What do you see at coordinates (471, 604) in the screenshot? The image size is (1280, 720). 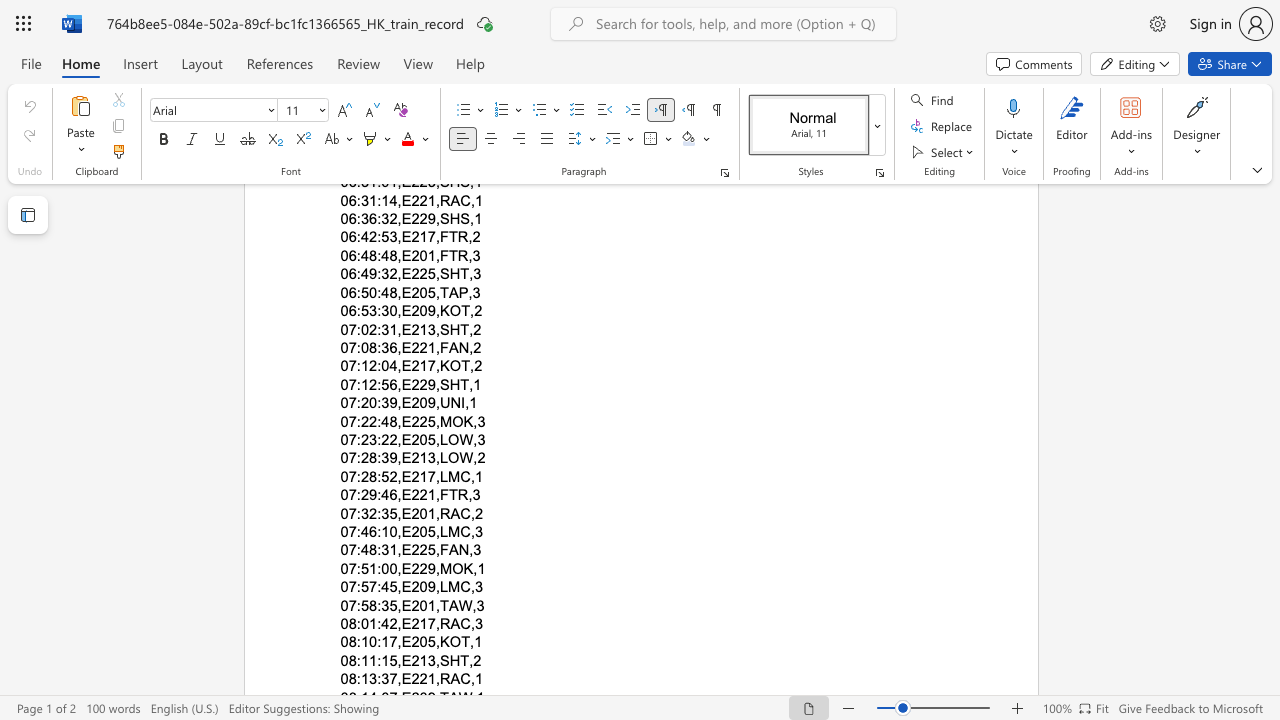 I see `the subset text ",3" within the text "07:58:35,E201,TAW,3"` at bounding box center [471, 604].